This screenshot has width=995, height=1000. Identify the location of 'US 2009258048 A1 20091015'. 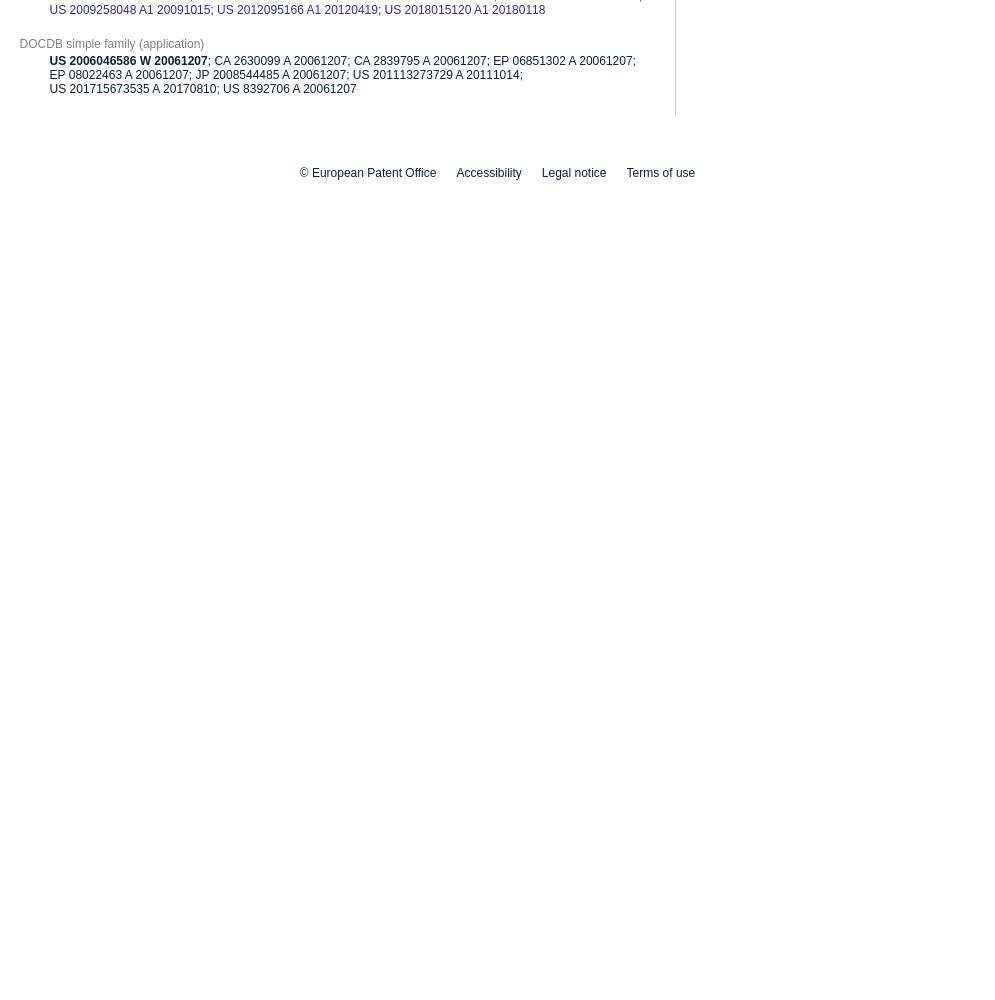
(128, 9).